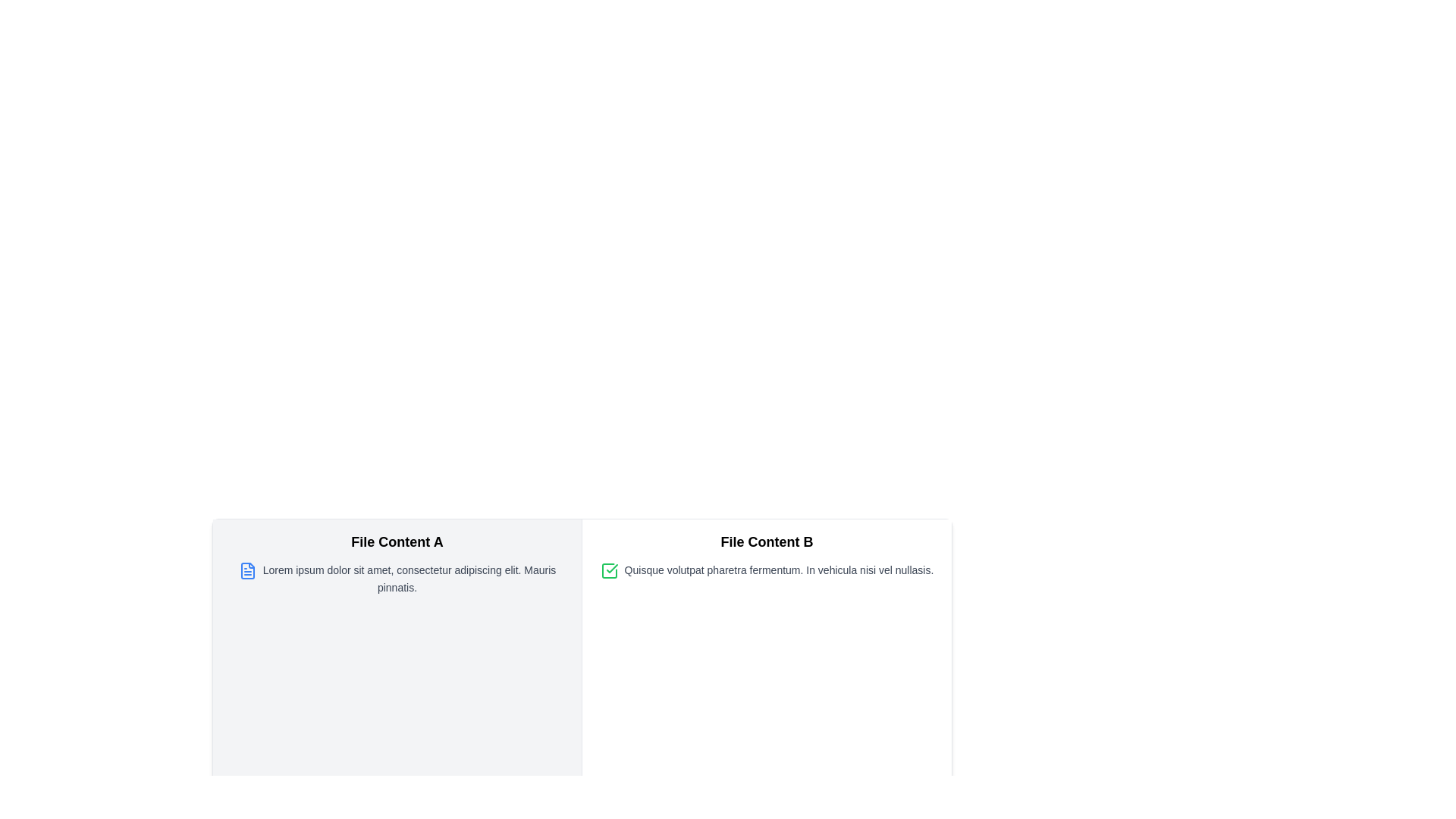 Image resolution: width=1456 pixels, height=819 pixels. What do you see at coordinates (397, 579) in the screenshot?
I see `the text snippet reading 'Lorem ipsum dolor sit amet, consectetur adipiscing elit. Mauris pinnatis.' which is located below the title 'File Content A' and styled with a small font size and gray color` at bounding box center [397, 579].